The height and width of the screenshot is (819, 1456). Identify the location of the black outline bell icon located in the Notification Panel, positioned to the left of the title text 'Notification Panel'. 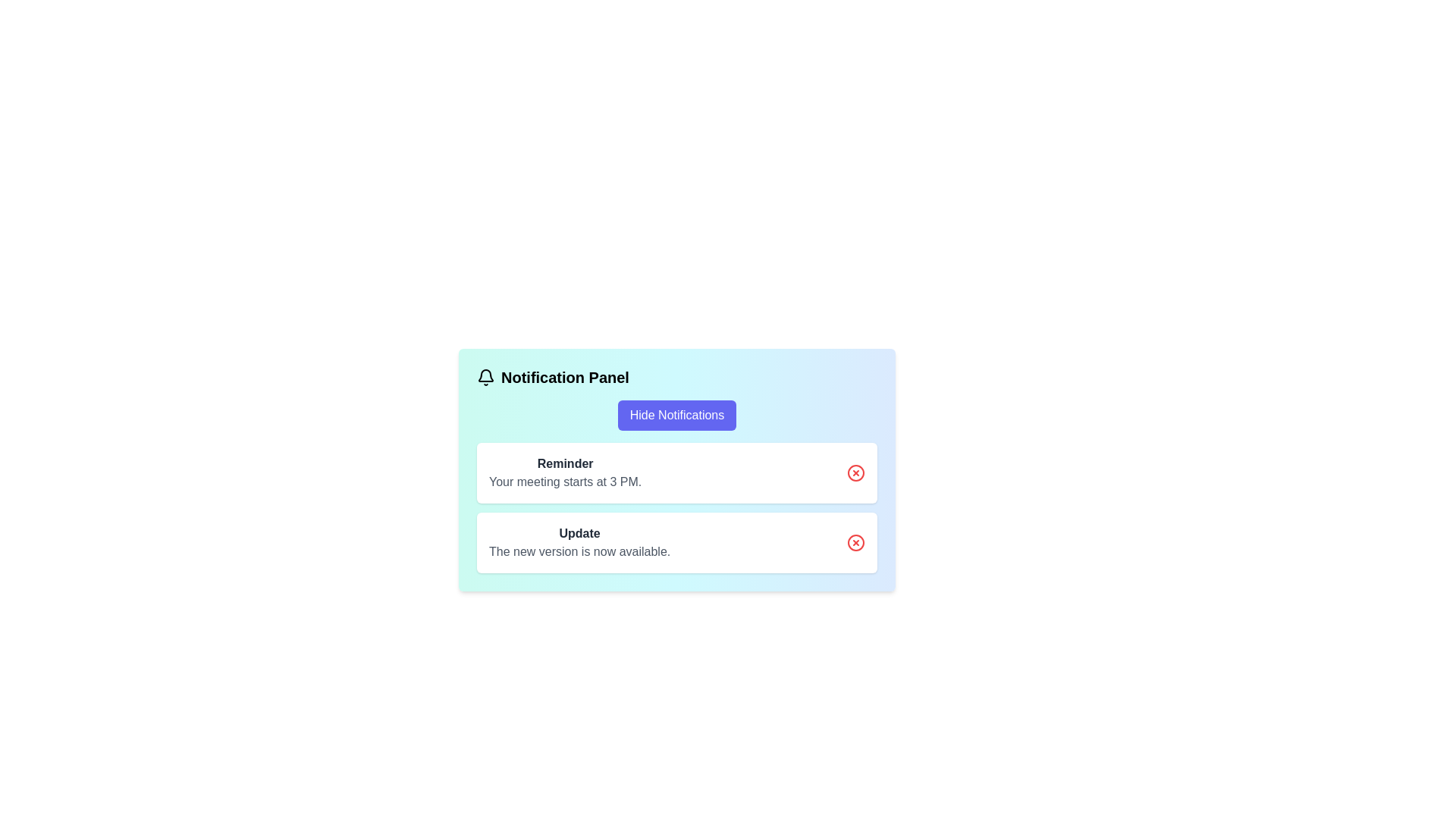
(486, 376).